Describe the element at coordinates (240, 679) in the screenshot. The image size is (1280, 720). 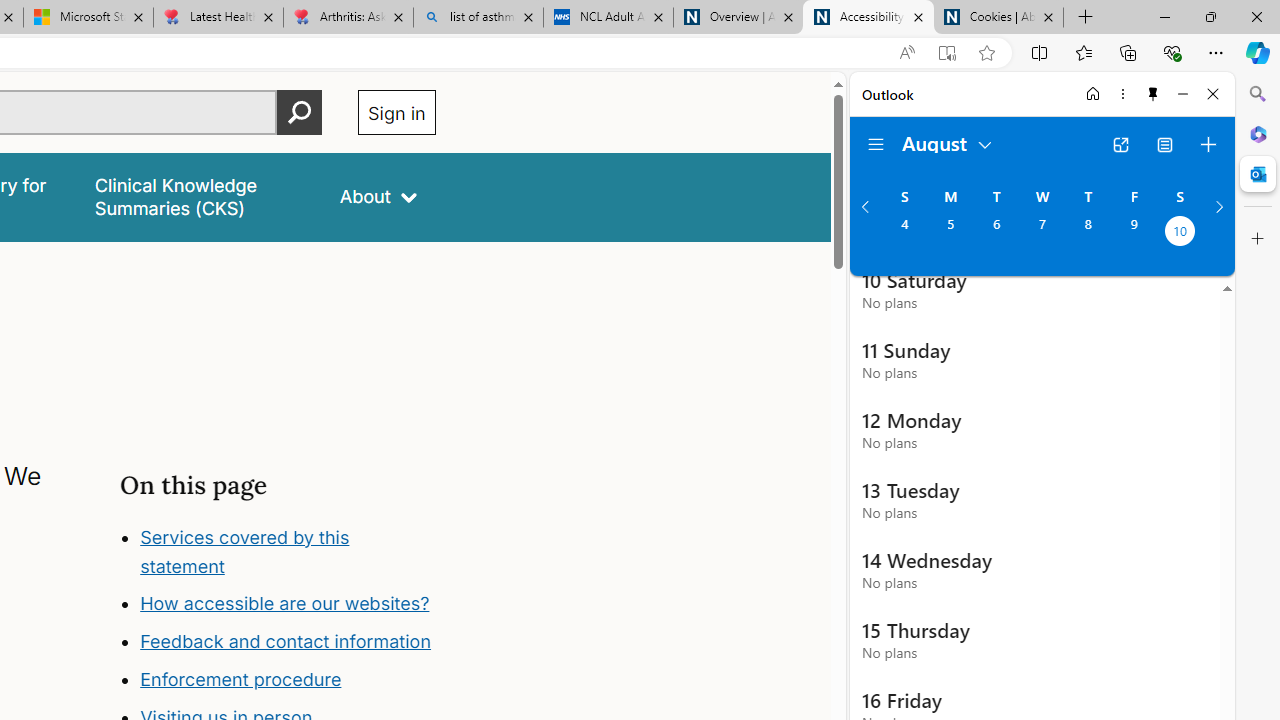
I see `'Enforcement procedure'` at that location.